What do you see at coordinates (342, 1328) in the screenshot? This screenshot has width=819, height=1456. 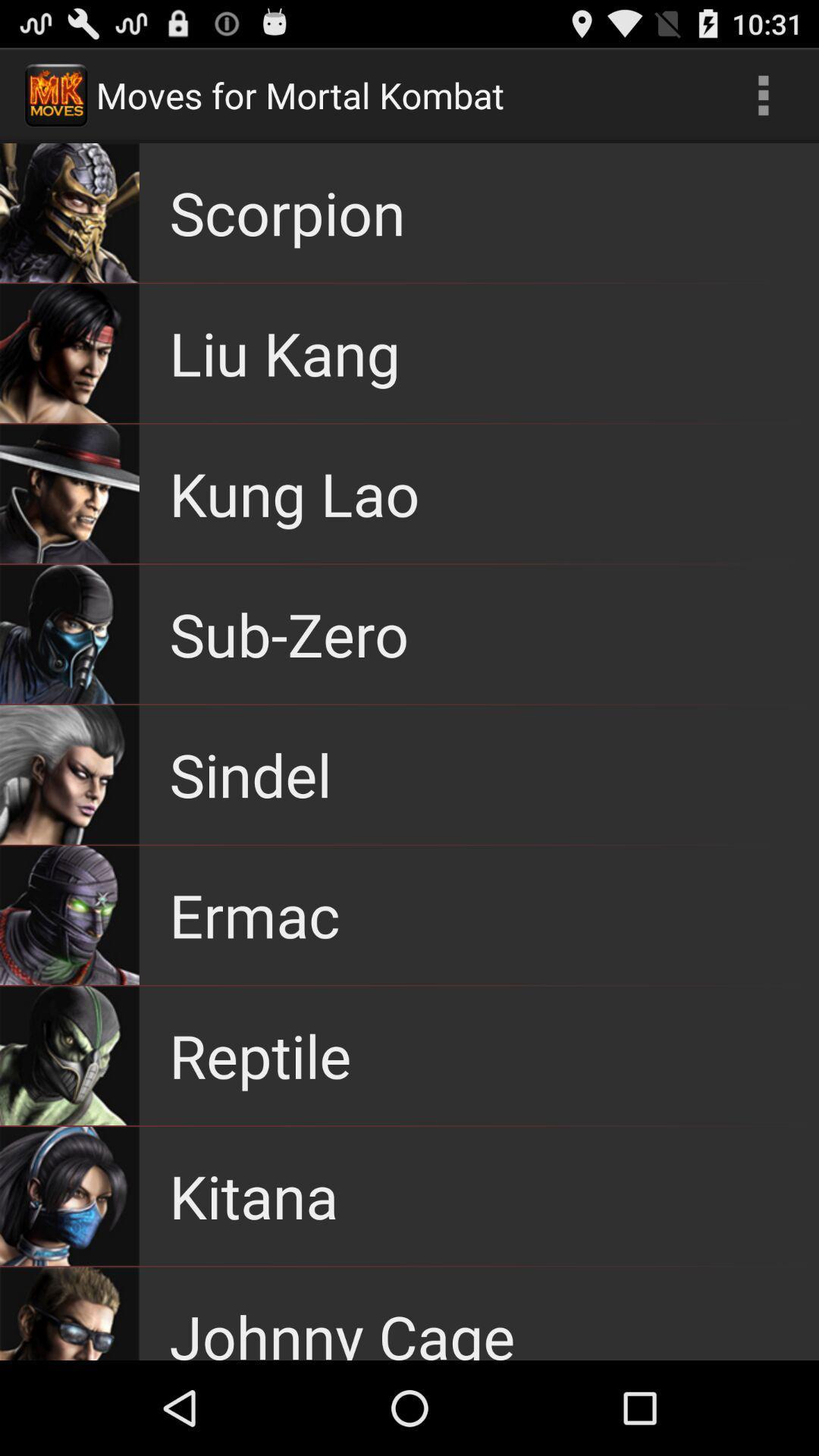 I see `the icon at the bottom` at bounding box center [342, 1328].